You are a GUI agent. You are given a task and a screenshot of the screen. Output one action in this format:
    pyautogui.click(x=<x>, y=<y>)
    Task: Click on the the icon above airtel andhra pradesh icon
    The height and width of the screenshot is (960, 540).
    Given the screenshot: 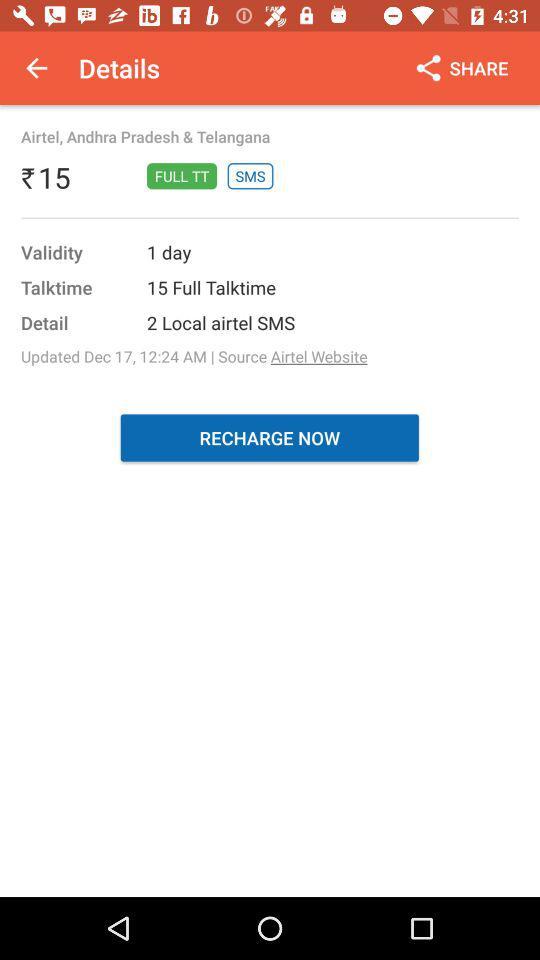 What is the action you would take?
    pyautogui.click(x=36, y=68)
    